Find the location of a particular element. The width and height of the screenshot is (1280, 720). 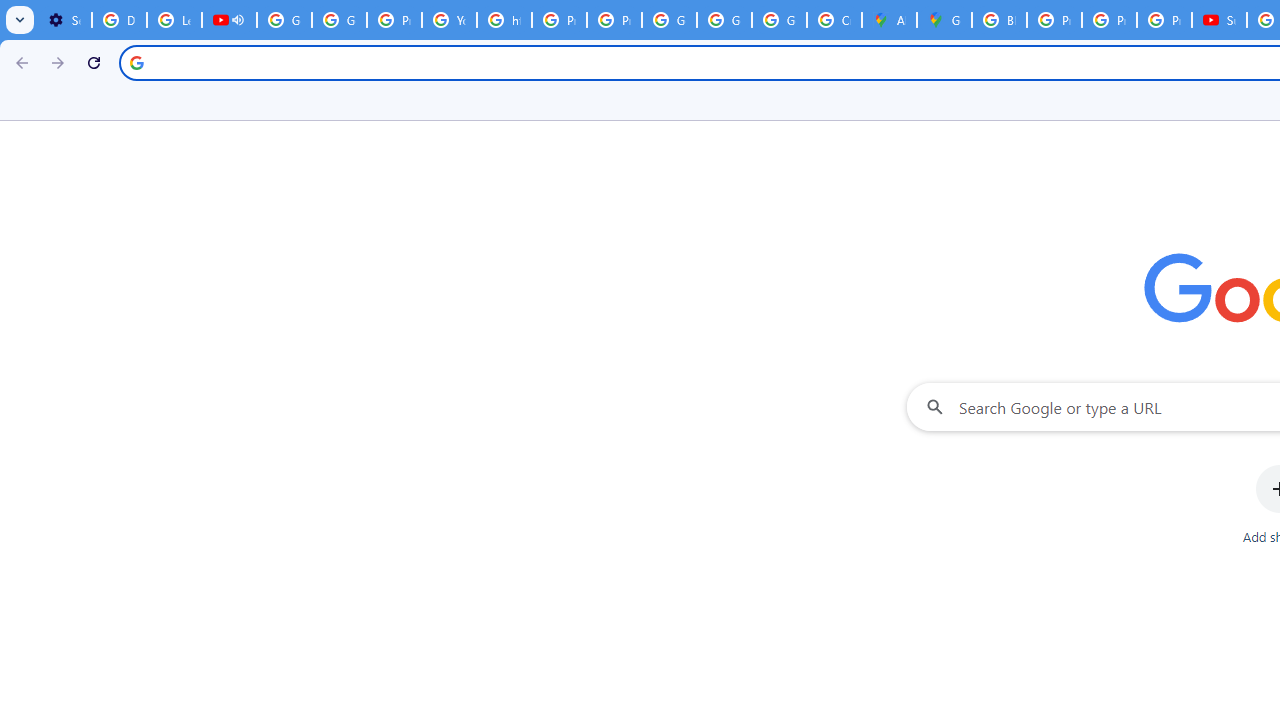

'Learn how to find your photos - Google Photos Help' is located at coordinates (174, 20).